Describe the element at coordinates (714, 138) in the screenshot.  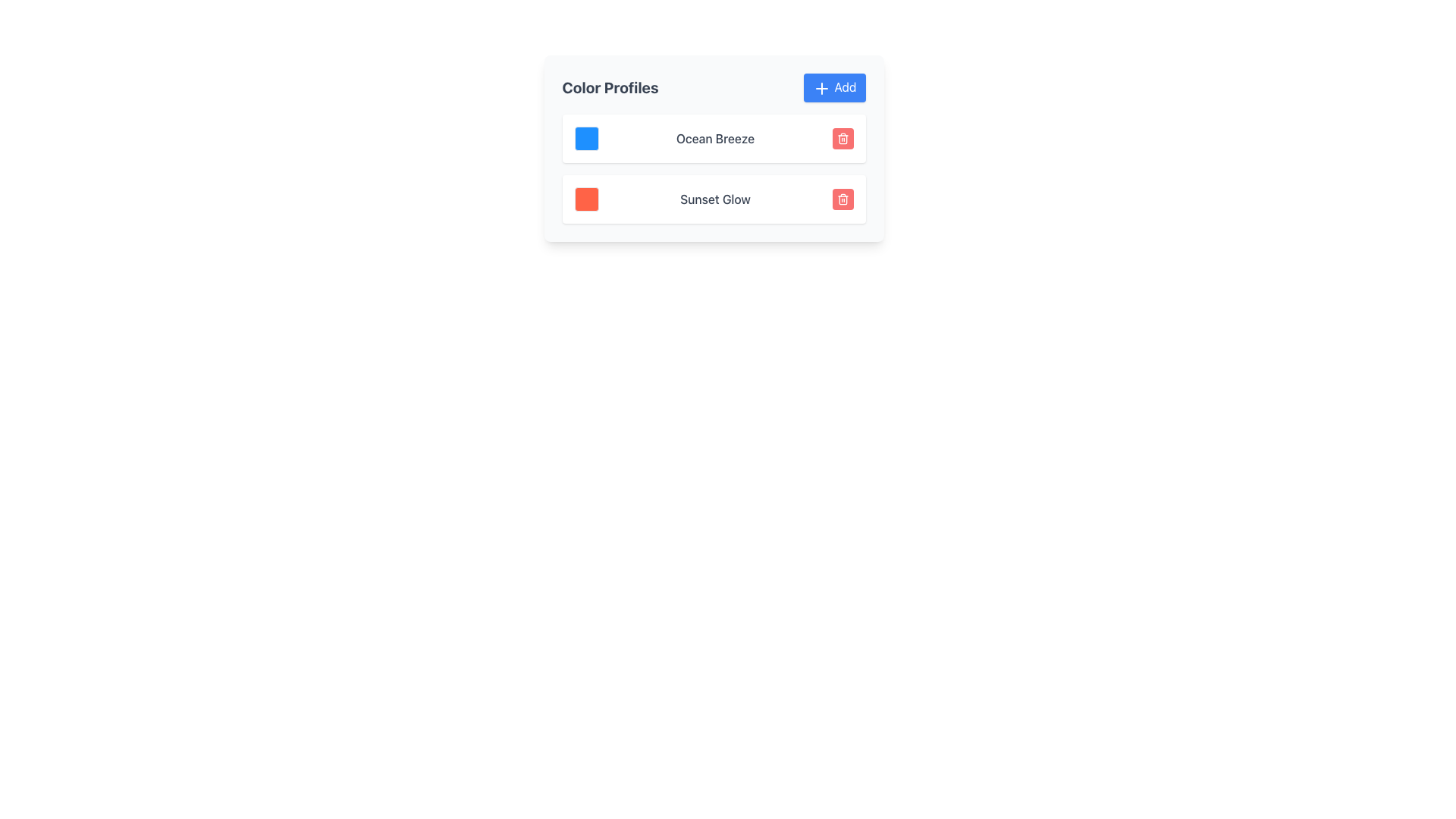
I see `the text label displaying 'Ocean Breeze'` at that location.